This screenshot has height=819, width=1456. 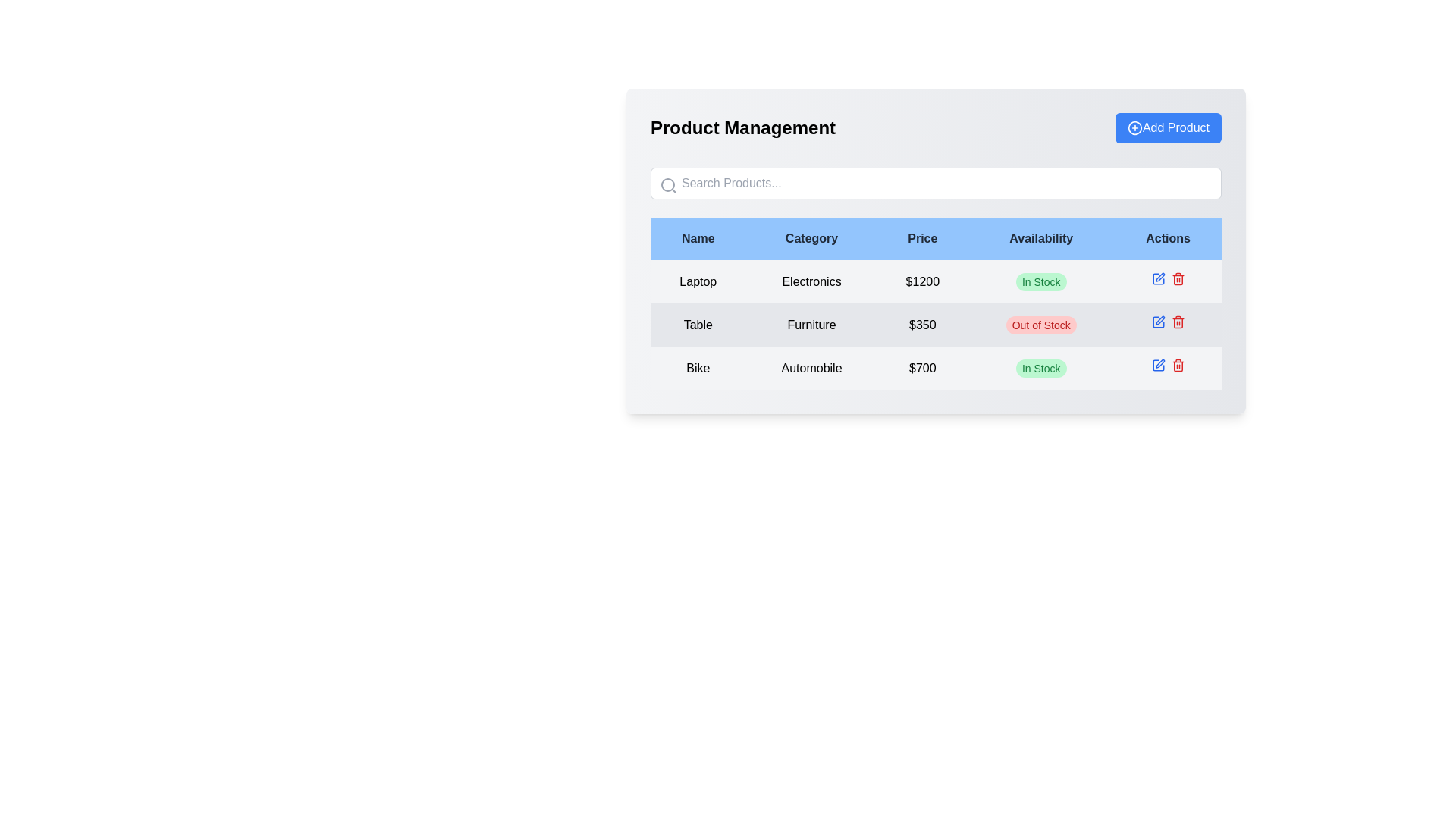 I want to click on the delete button for the 'Bike' entry located in the 'Actions' column of the table, so click(x=1177, y=366).